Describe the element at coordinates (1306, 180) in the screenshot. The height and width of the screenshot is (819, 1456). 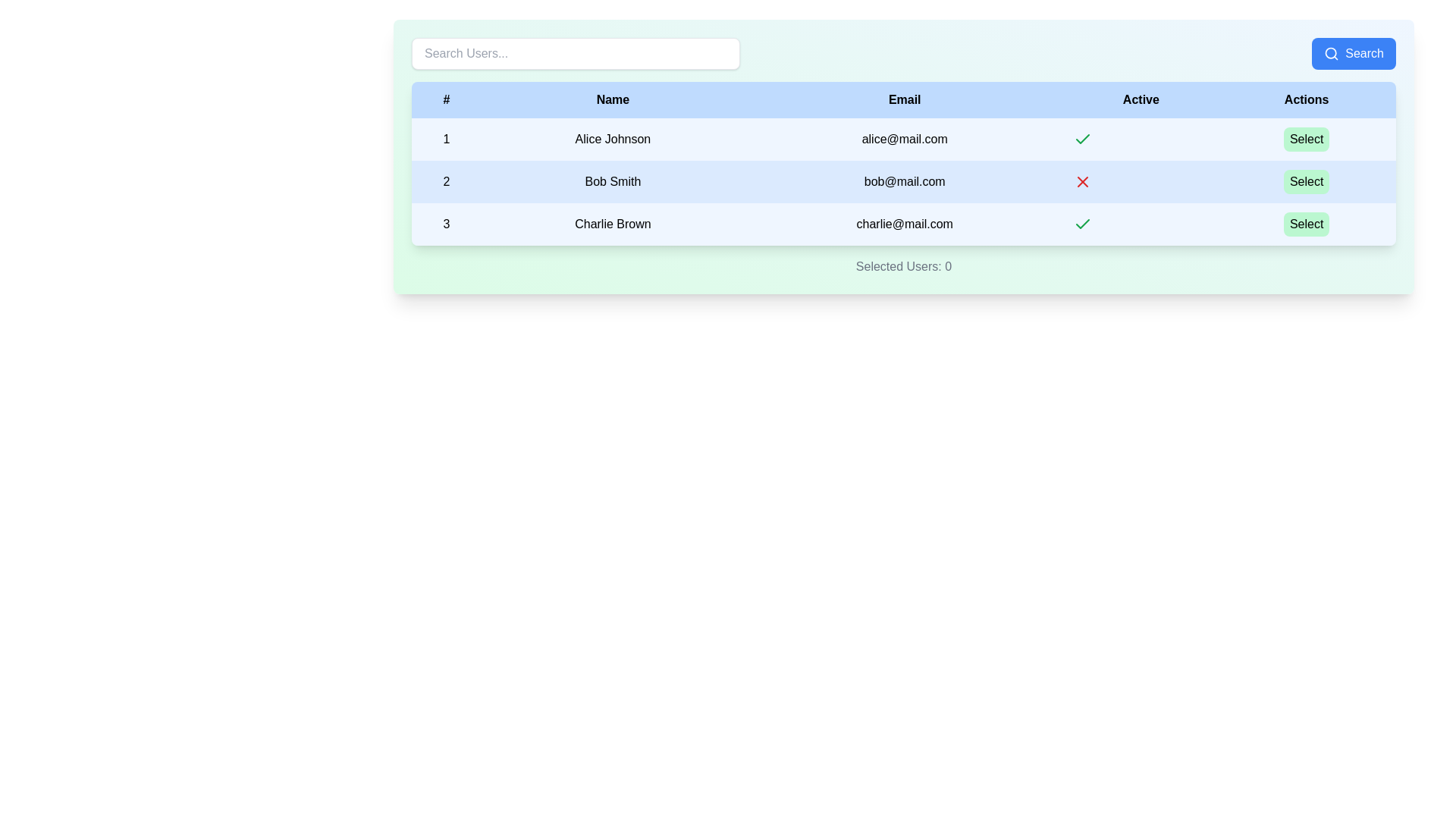
I see `the second 'Select' button located in the 'Actions' column of the table for 'Bob Smith'` at that location.